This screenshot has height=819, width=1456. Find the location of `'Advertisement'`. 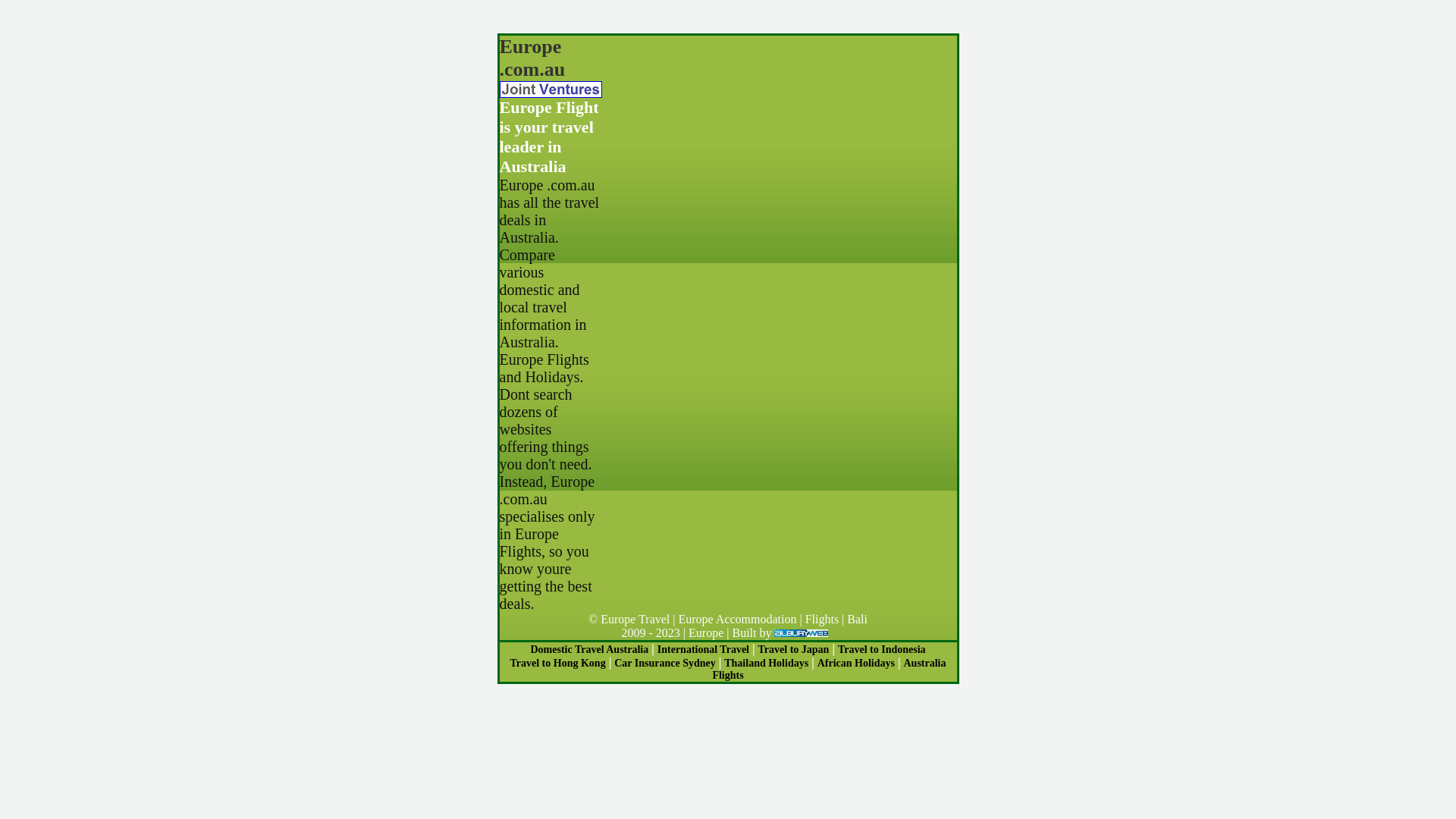

'Advertisement' is located at coordinates (601, 40).